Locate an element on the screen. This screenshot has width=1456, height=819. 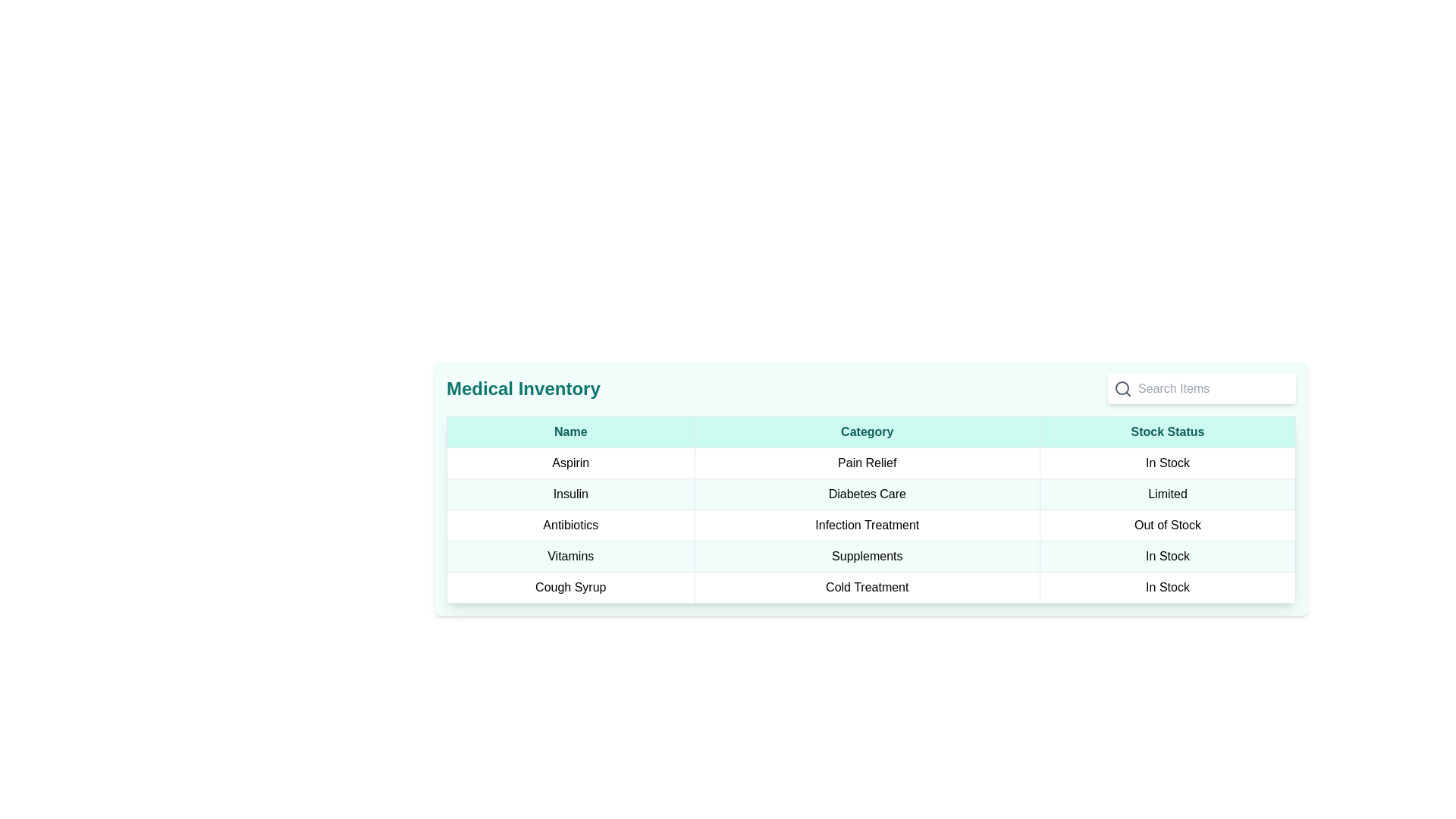
the text label that reads 'Diabetes Care', which is the second item in the 'Category' column of the table row for 'Insulin' is located at coordinates (867, 494).